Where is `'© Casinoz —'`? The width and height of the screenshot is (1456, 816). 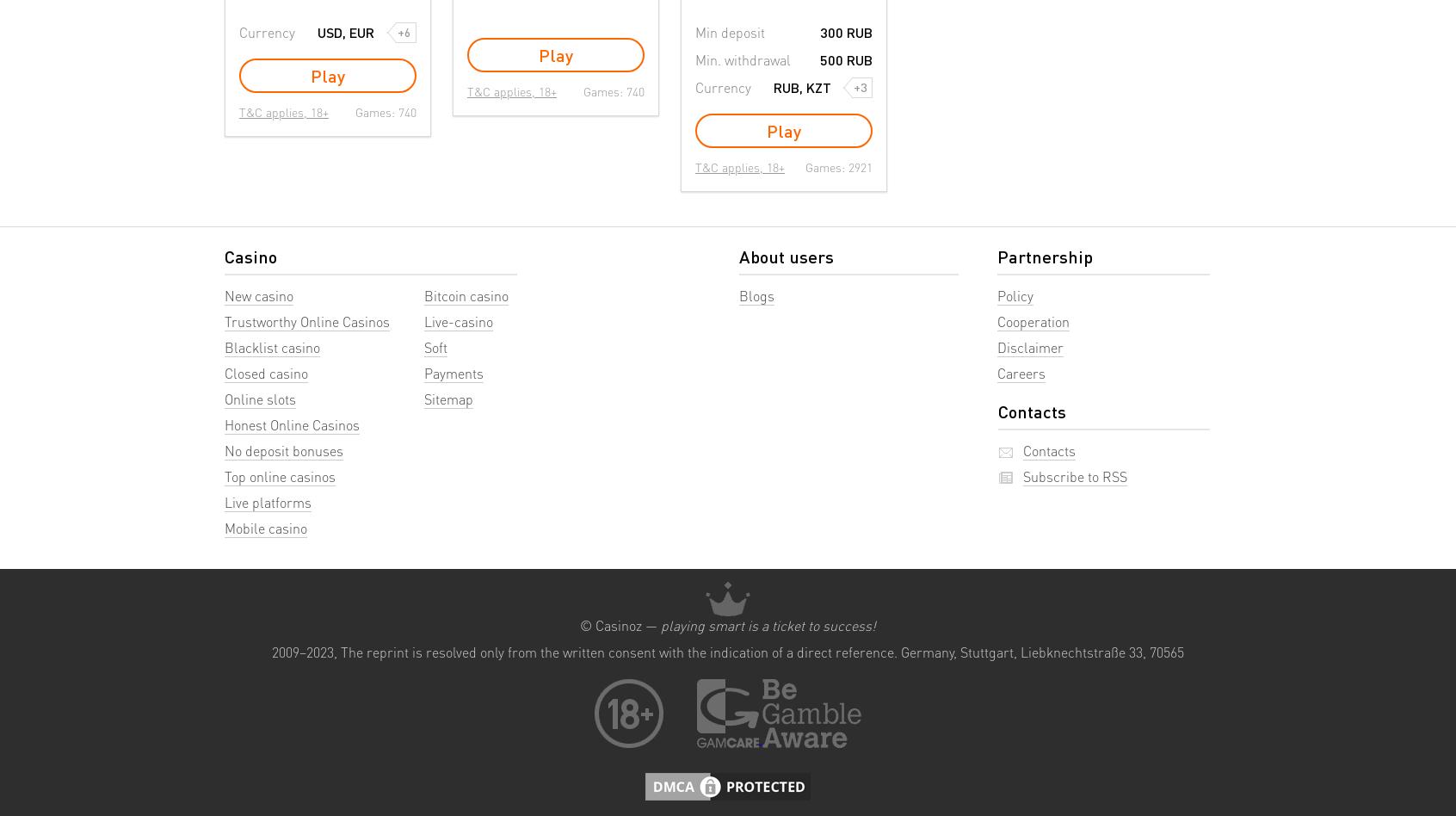
'© Casinoz —' is located at coordinates (619, 624).